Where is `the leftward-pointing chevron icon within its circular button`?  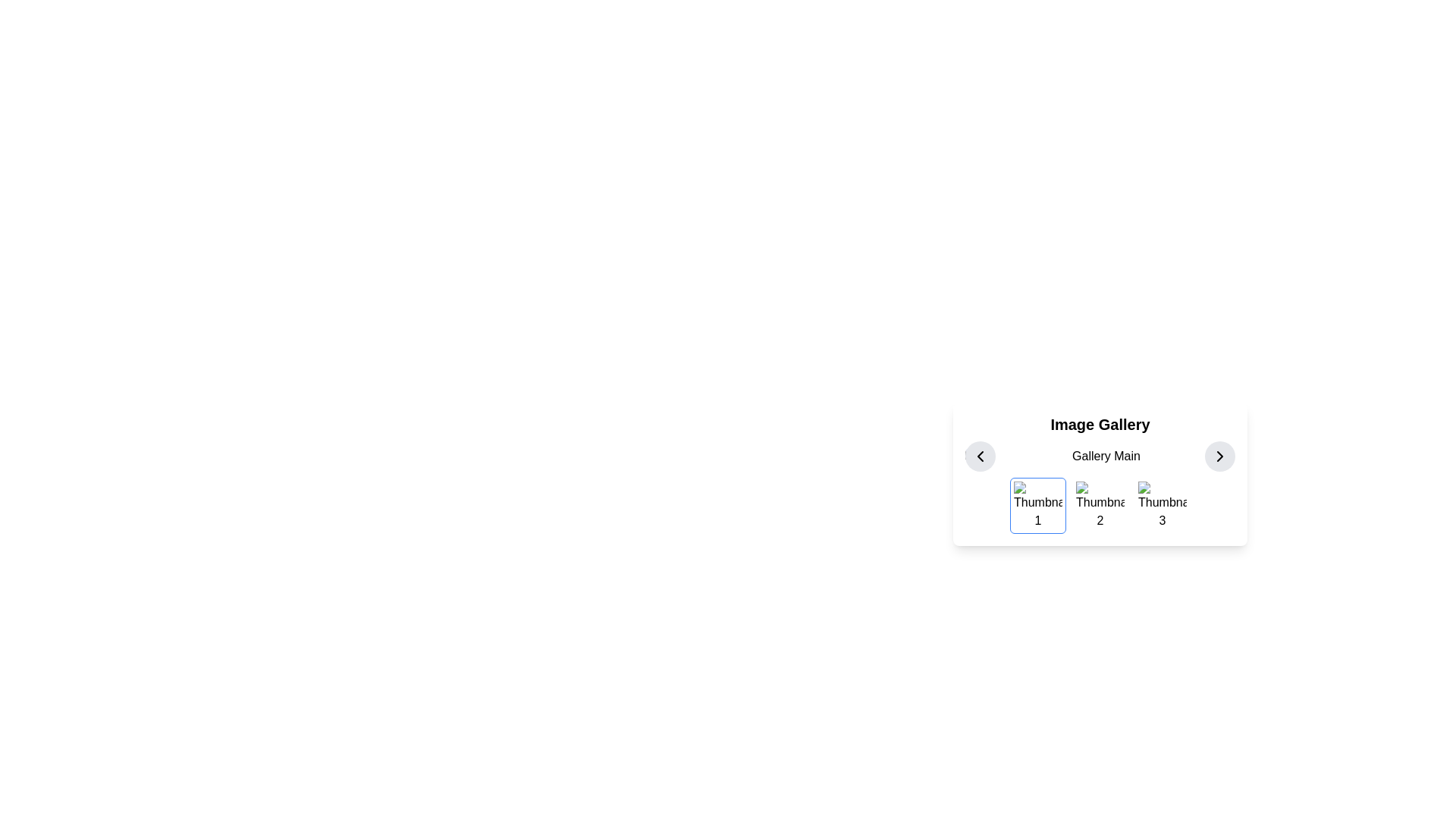
the leftward-pointing chevron icon within its circular button is located at coordinates (980, 455).